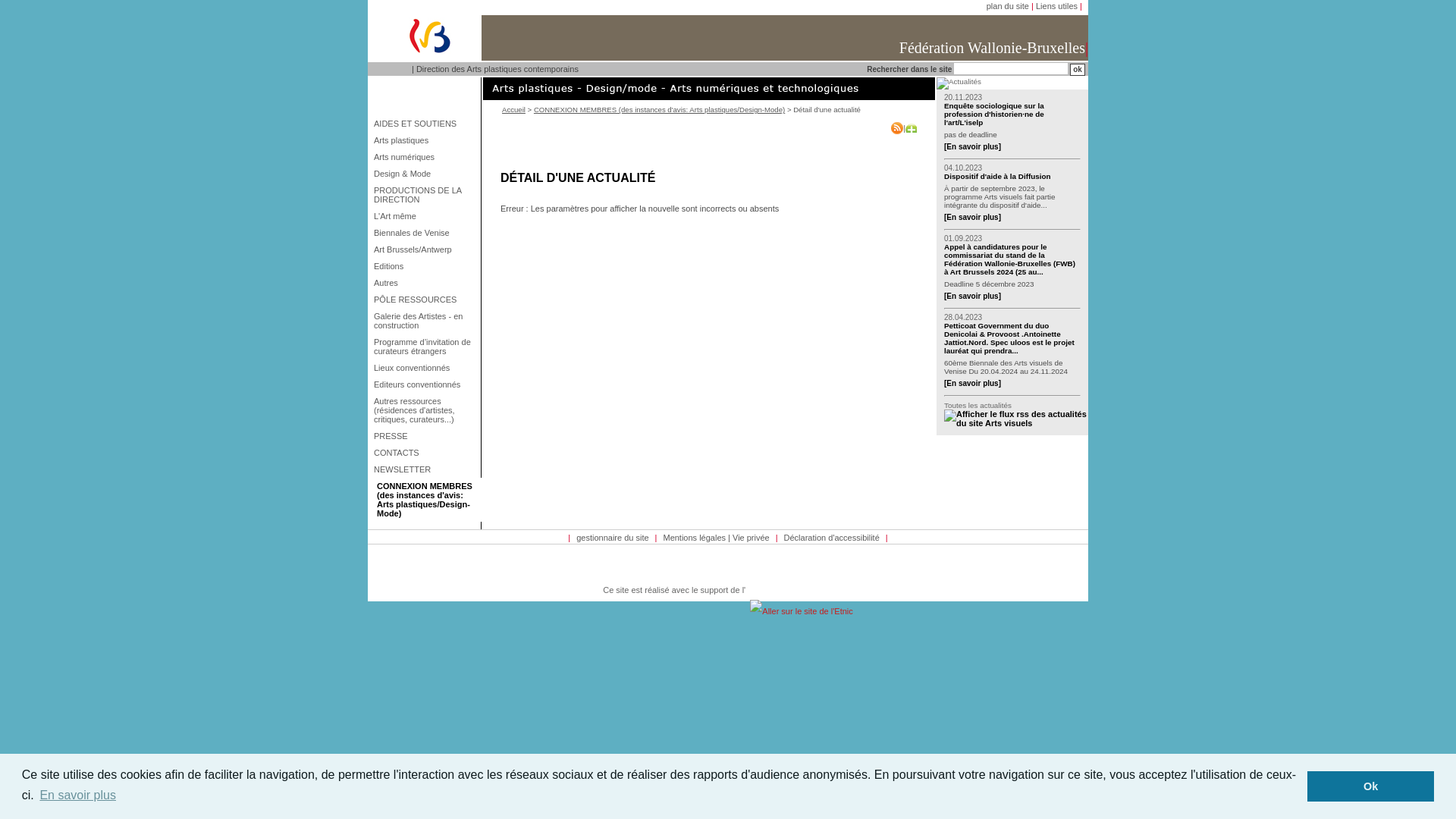 The height and width of the screenshot is (819, 1456). What do you see at coordinates (371, 452) in the screenshot?
I see `'CONTACTS'` at bounding box center [371, 452].